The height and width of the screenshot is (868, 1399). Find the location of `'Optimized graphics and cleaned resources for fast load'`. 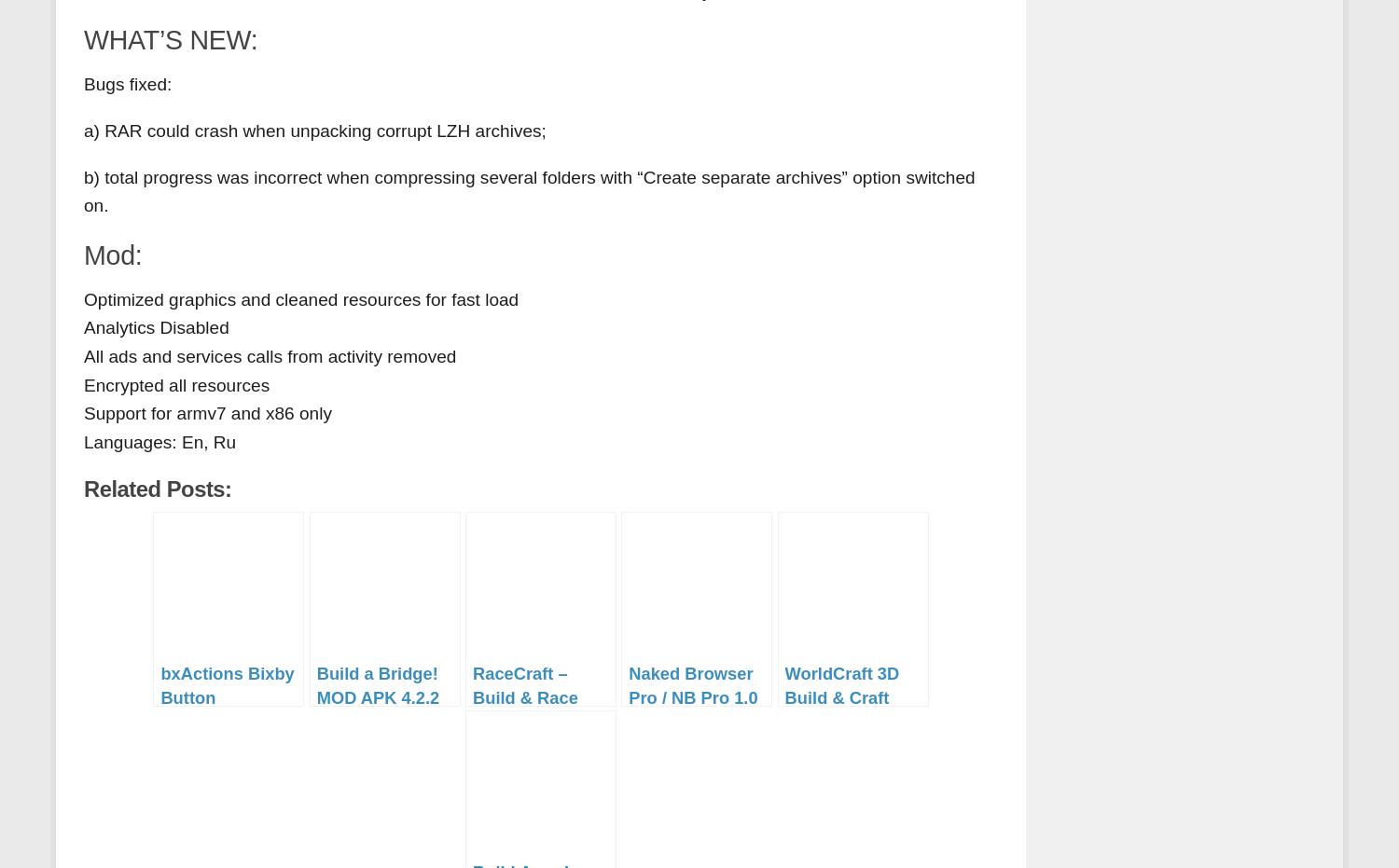

'Optimized graphics and cleaned resources for fast load' is located at coordinates (299, 297).